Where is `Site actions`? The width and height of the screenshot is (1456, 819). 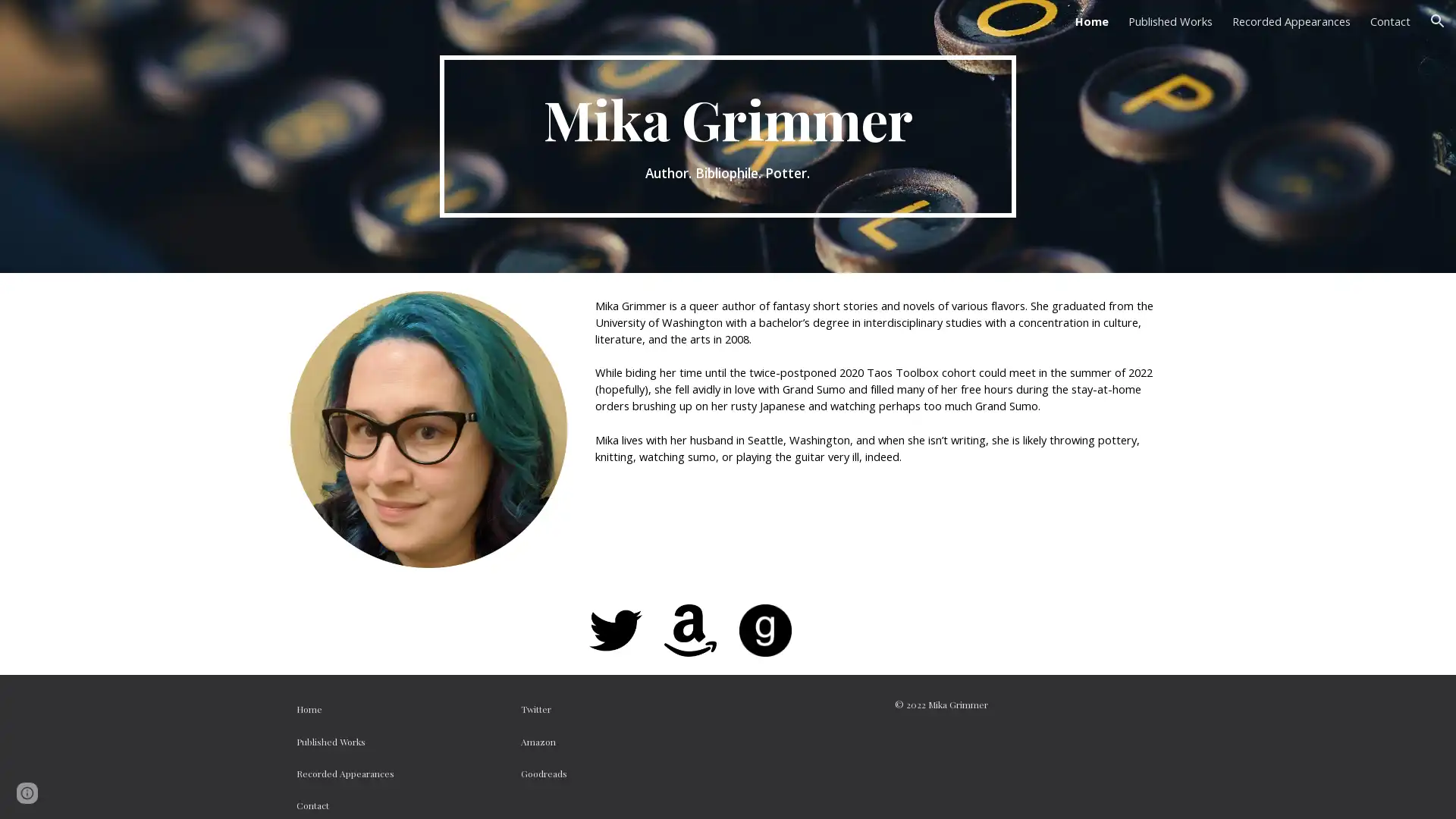 Site actions is located at coordinates (27, 792).